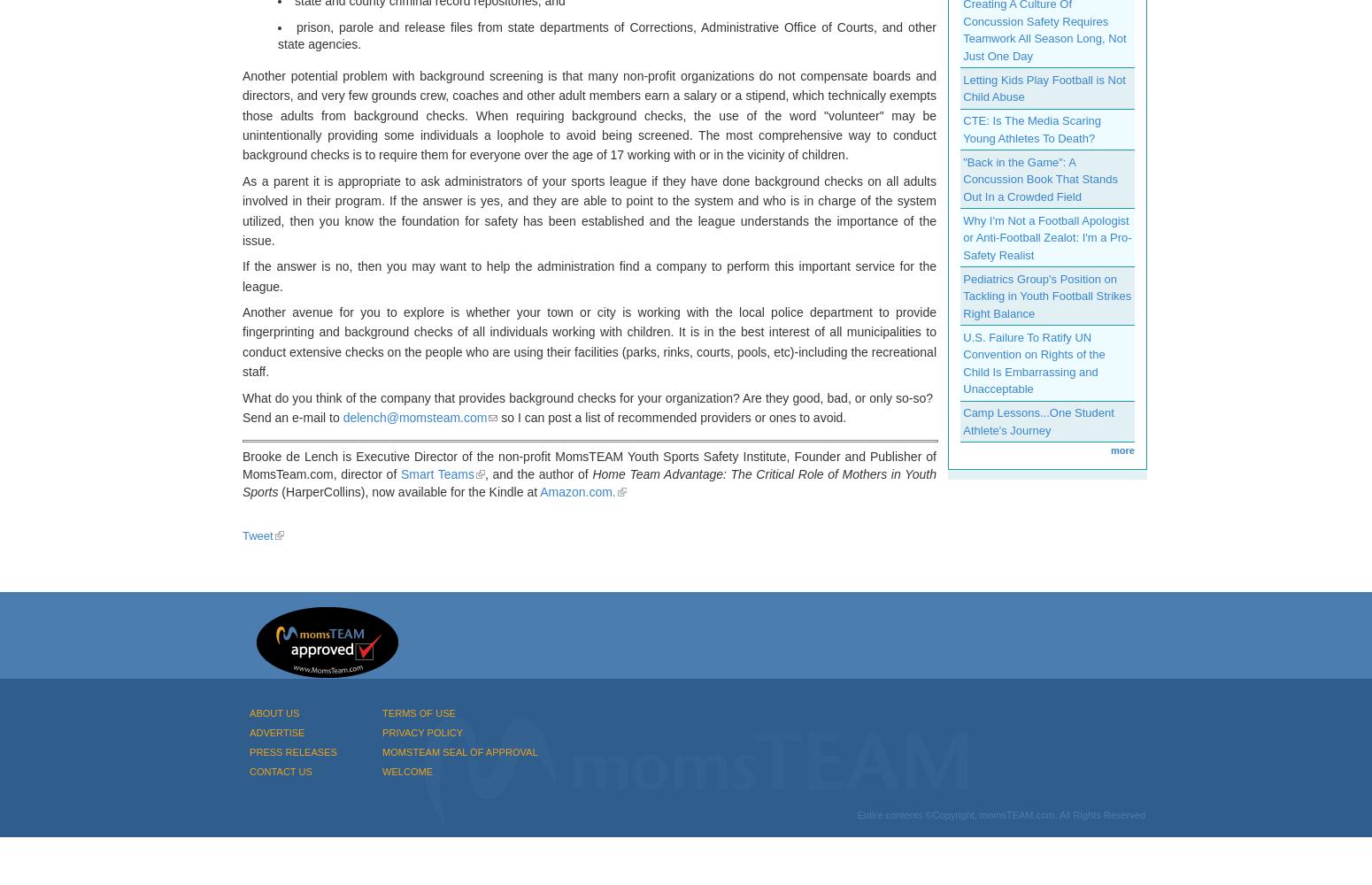 The image size is (1372, 885). I want to click on 'Home Team Advantage: The Critical Role of Mothers in Youth Sports', so click(589, 482).